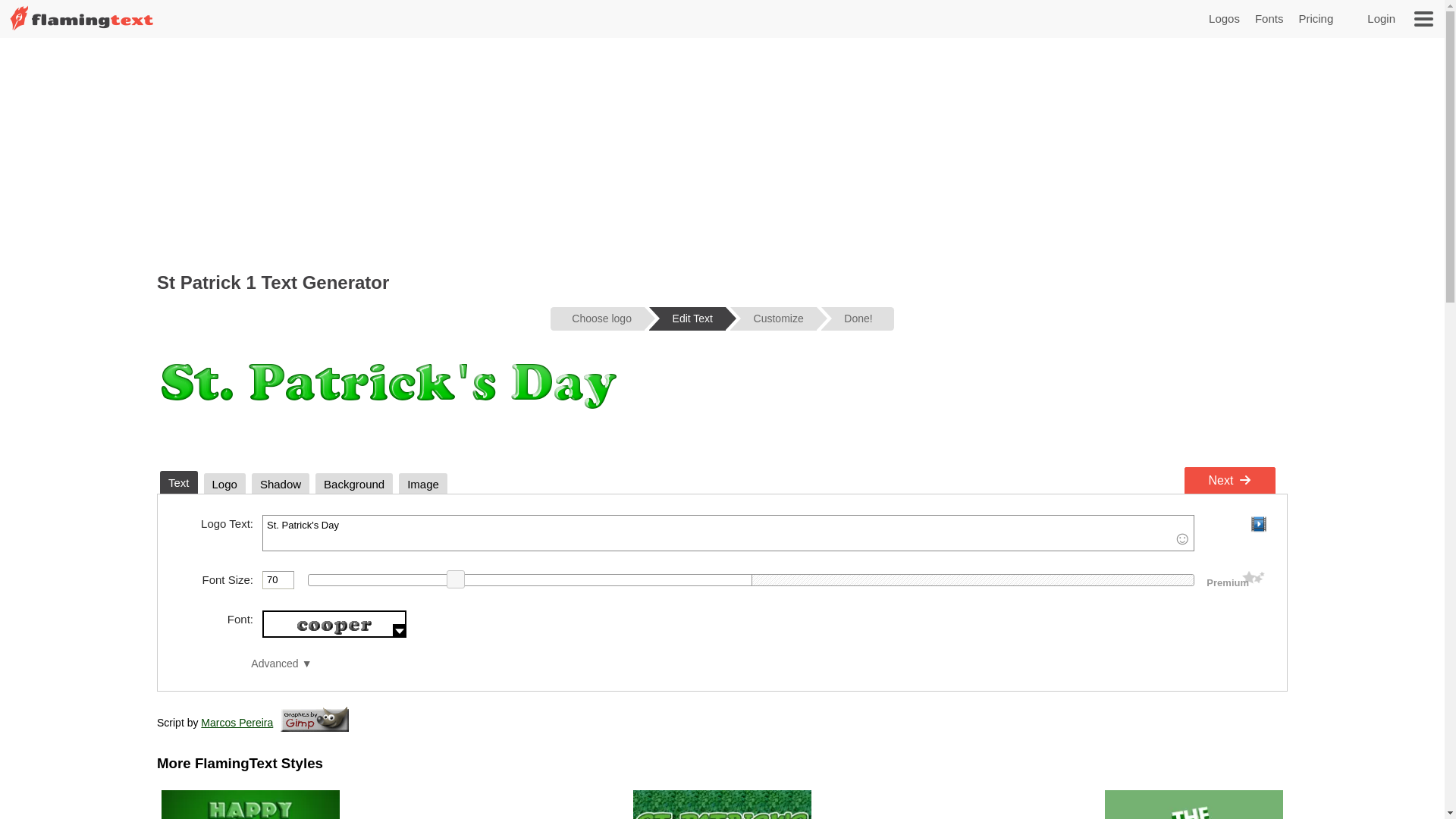 The height and width of the screenshot is (819, 1456). What do you see at coordinates (1258, 522) in the screenshot?
I see `'Click to create an animation with this logo.'` at bounding box center [1258, 522].